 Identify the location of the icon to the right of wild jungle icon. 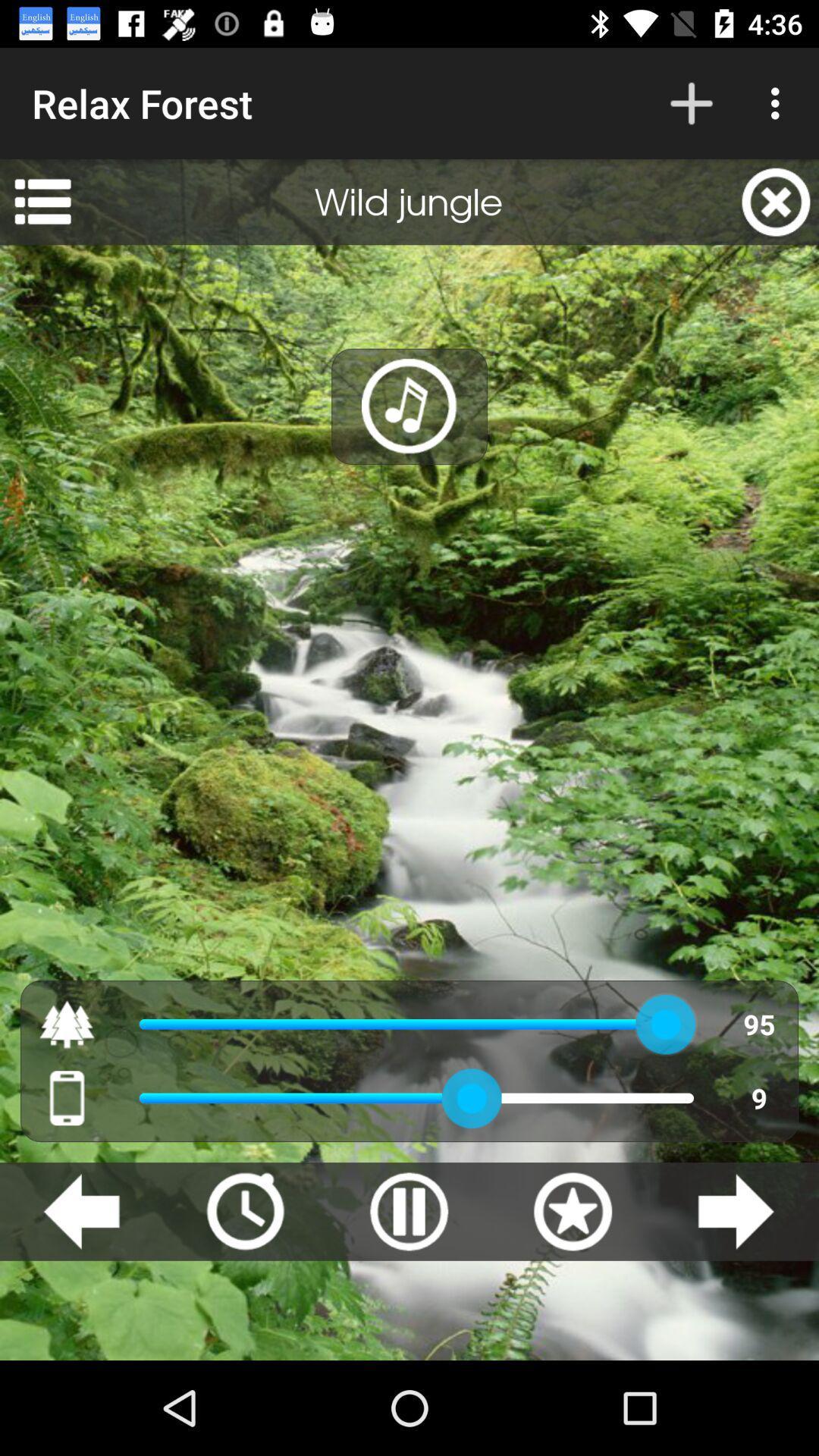
(776, 201).